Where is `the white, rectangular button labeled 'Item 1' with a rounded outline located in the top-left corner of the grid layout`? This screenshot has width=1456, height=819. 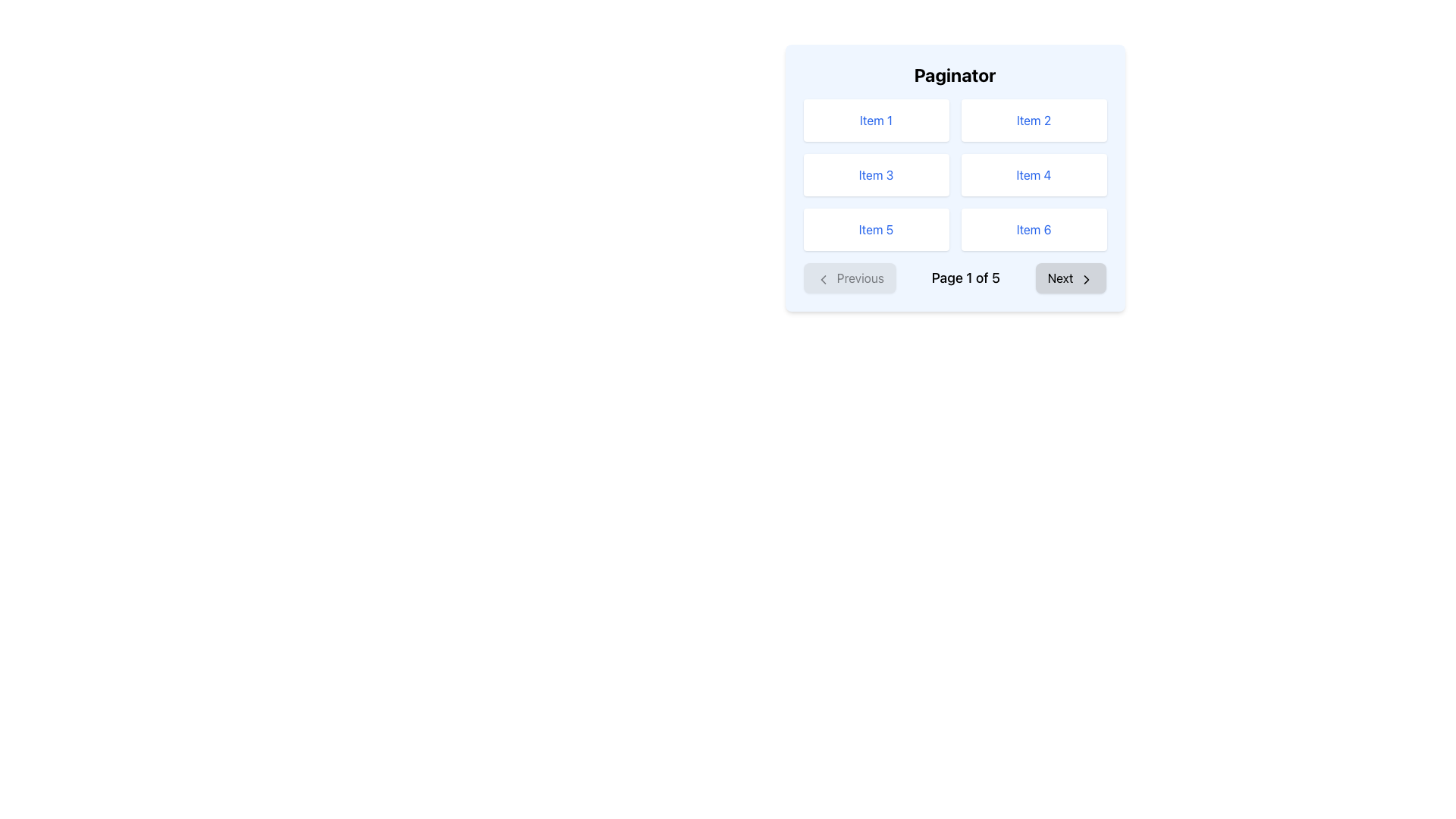 the white, rectangular button labeled 'Item 1' with a rounded outline located in the top-left corner of the grid layout is located at coordinates (876, 119).